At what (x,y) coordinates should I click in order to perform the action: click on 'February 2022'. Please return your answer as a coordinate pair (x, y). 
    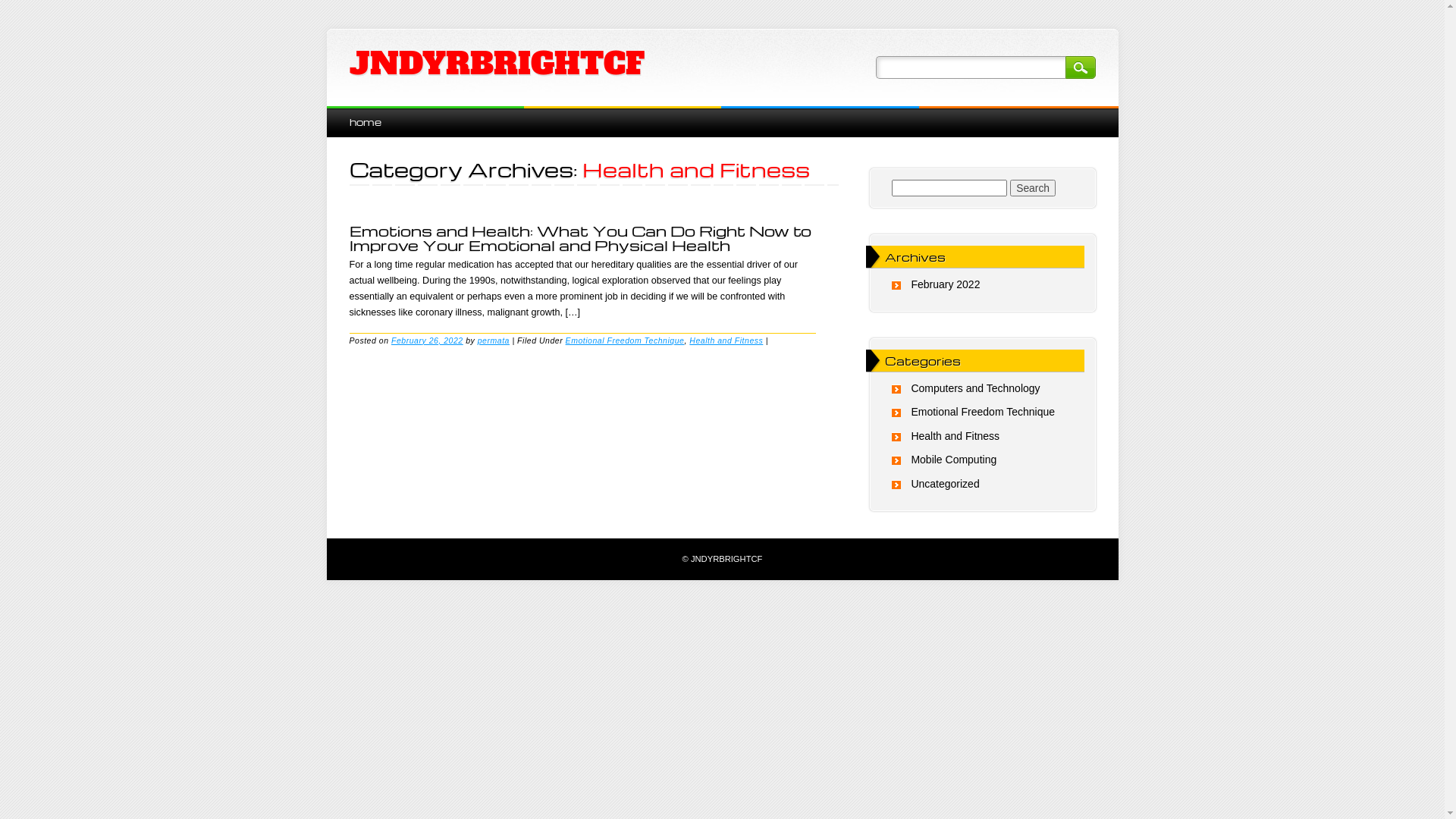
    Looking at the image, I should click on (944, 284).